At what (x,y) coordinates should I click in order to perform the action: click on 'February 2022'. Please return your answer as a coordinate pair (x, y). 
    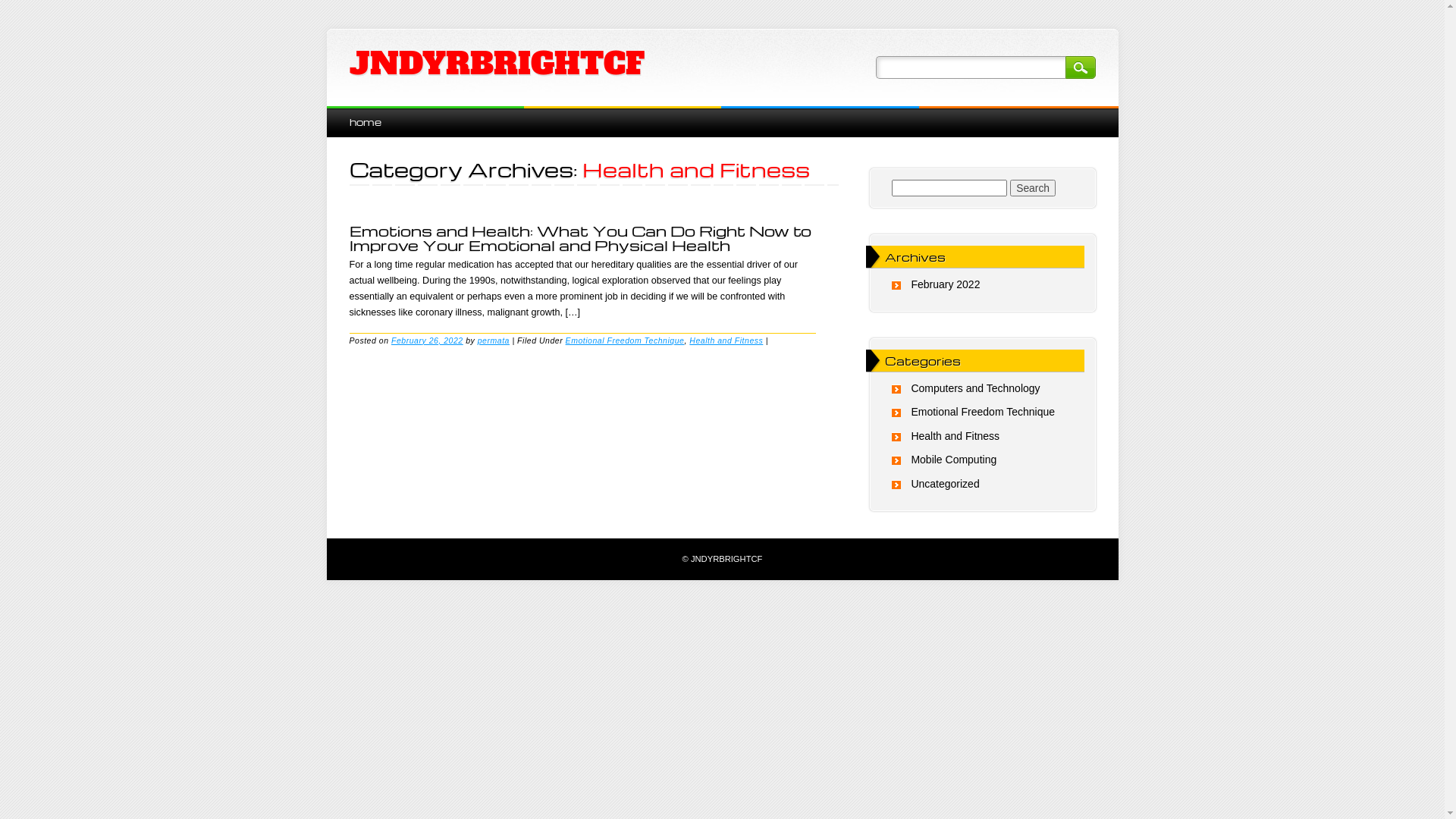
    Looking at the image, I should click on (944, 284).